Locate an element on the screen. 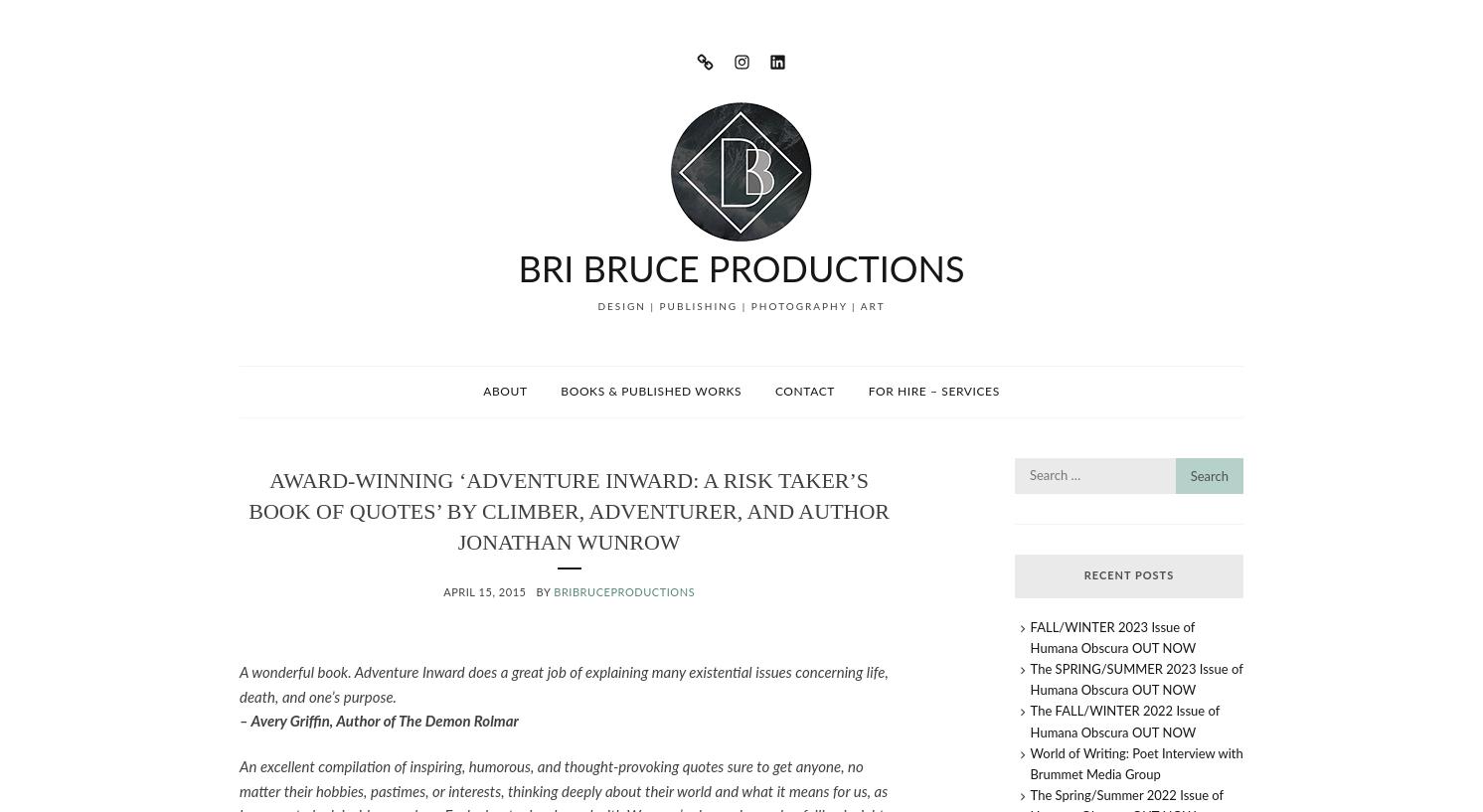 This screenshot has height=812, width=1483. 'Books & Published Works' is located at coordinates (650, 389).